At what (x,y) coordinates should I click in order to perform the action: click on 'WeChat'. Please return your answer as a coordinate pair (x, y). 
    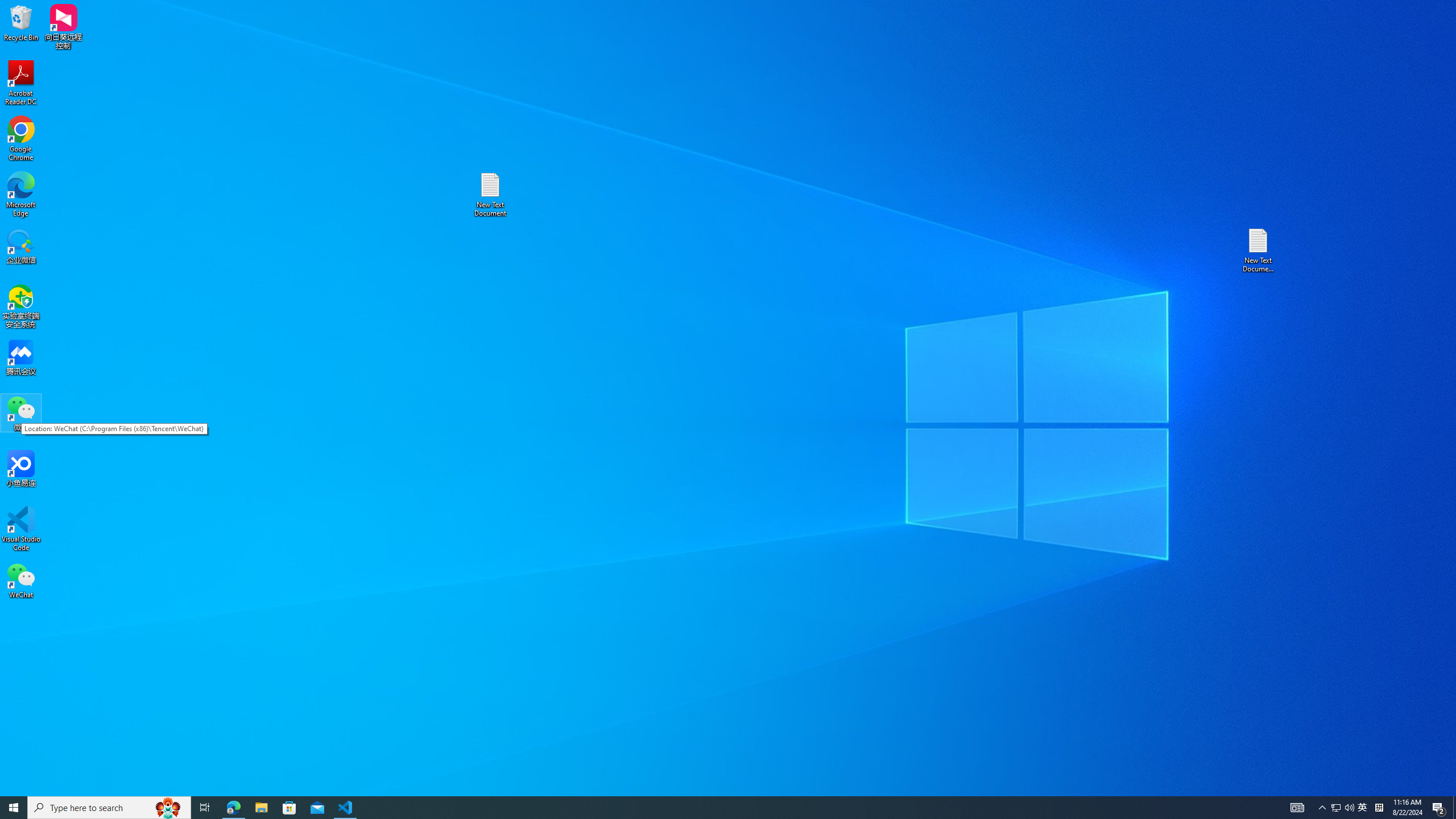
    Looking at the image, I should click on (20, 580).